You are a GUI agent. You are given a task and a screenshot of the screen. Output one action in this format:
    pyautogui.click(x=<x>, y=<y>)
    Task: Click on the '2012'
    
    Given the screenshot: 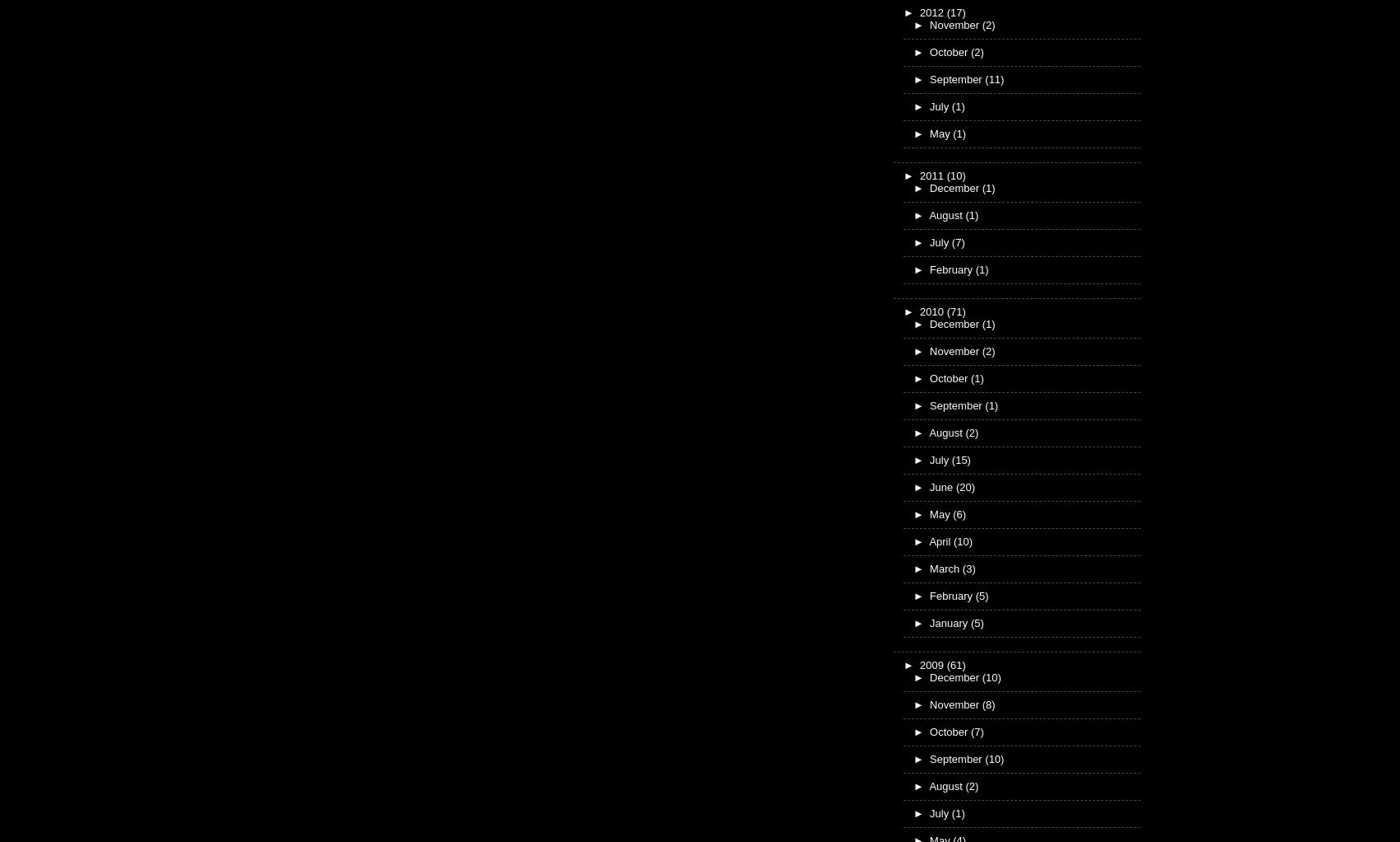 What is the action you would take?
    pyautogui.click(x=933, y=11)
    